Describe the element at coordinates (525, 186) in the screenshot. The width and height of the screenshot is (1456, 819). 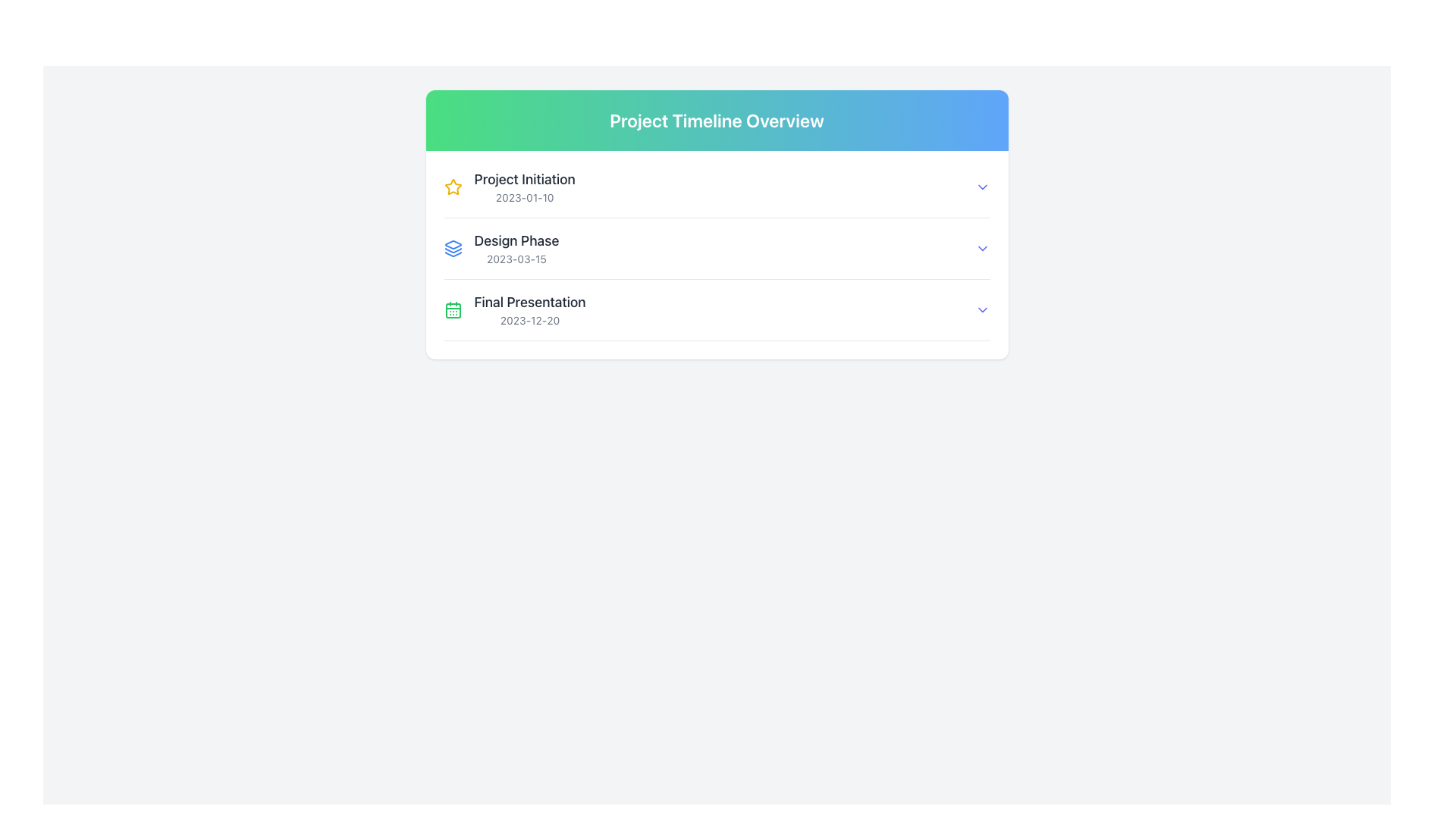
I see `the 'Project Initiation' text display, which shows the date '2023-01-10'` at that location.